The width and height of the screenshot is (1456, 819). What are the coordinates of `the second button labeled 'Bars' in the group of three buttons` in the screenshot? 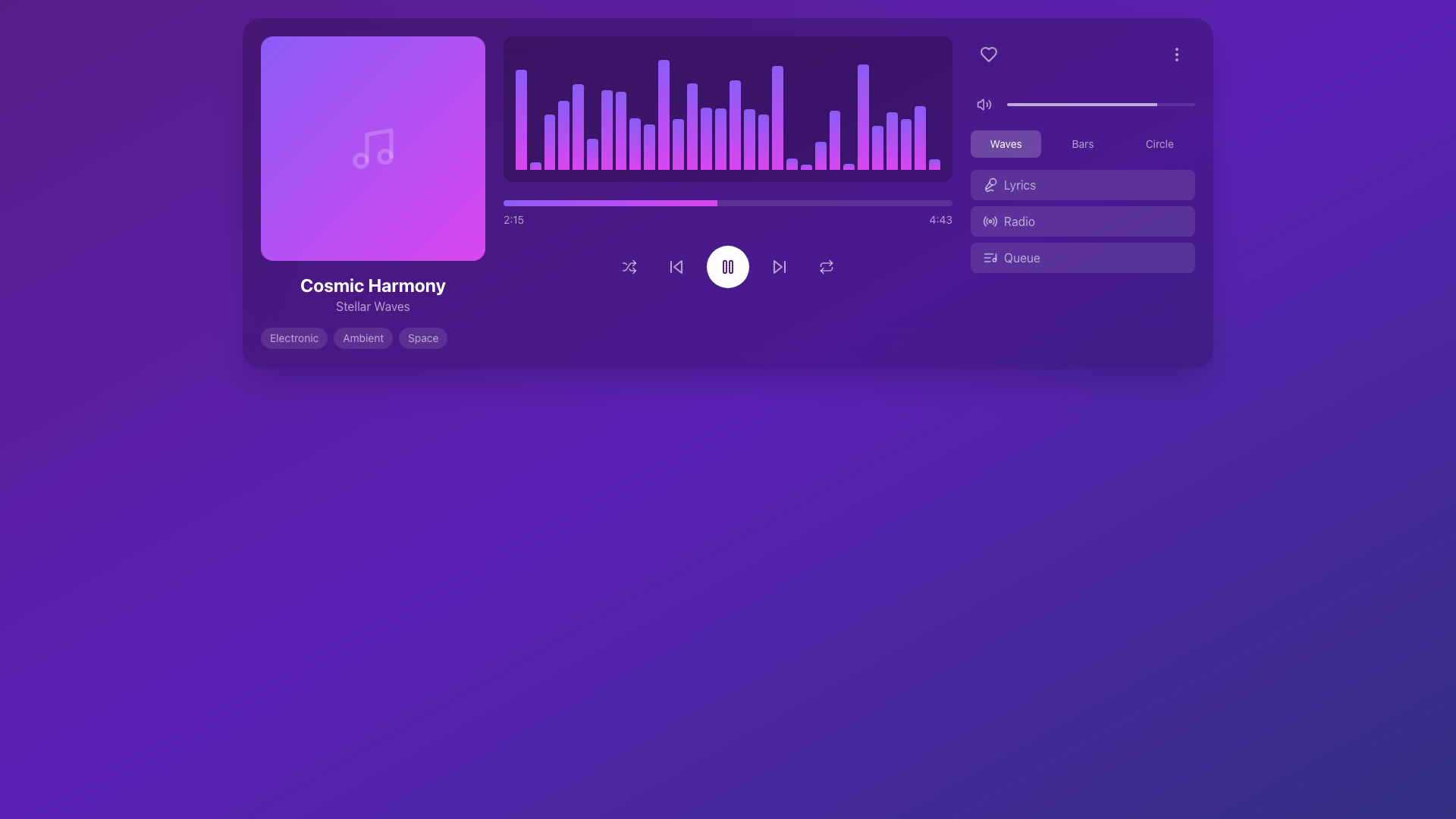 It's located at (1081, 143).